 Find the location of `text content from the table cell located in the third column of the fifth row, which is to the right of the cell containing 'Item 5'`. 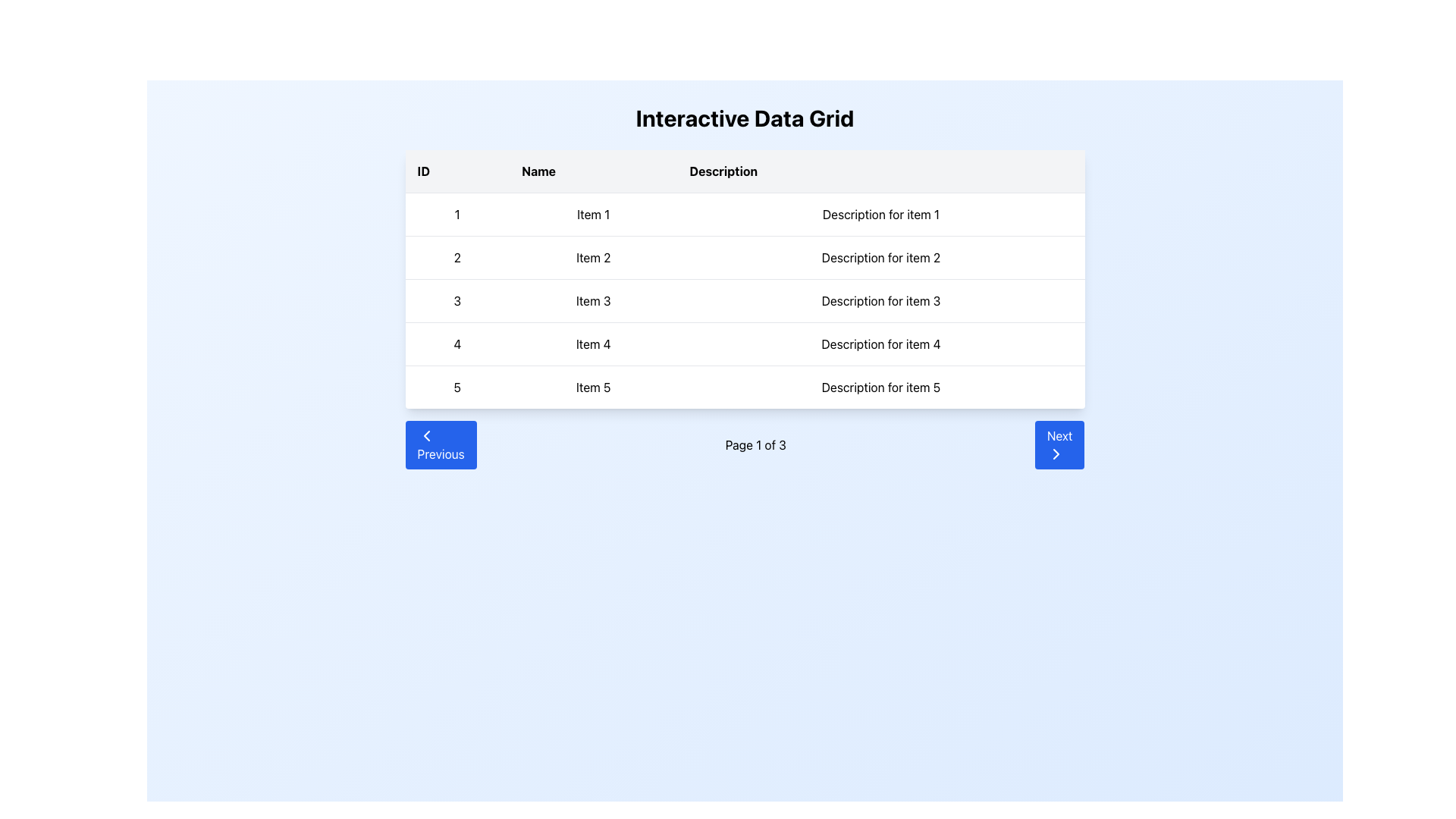

text content from the table cell located in the third column of the fifth row, which is to the right of the cell containing 'Item 5' is located at coordinates (880, 386).